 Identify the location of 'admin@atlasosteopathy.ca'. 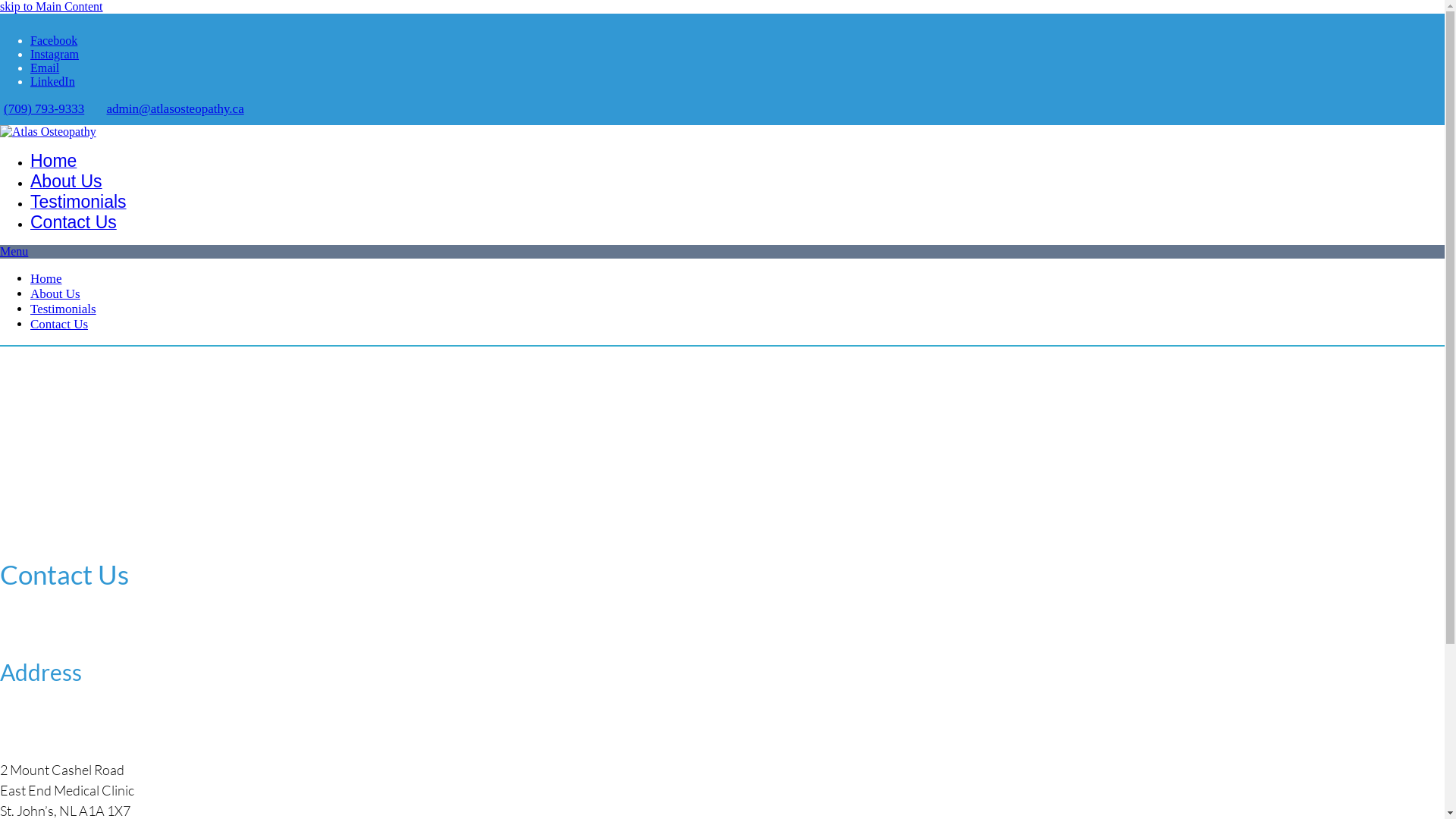
(174, 108).